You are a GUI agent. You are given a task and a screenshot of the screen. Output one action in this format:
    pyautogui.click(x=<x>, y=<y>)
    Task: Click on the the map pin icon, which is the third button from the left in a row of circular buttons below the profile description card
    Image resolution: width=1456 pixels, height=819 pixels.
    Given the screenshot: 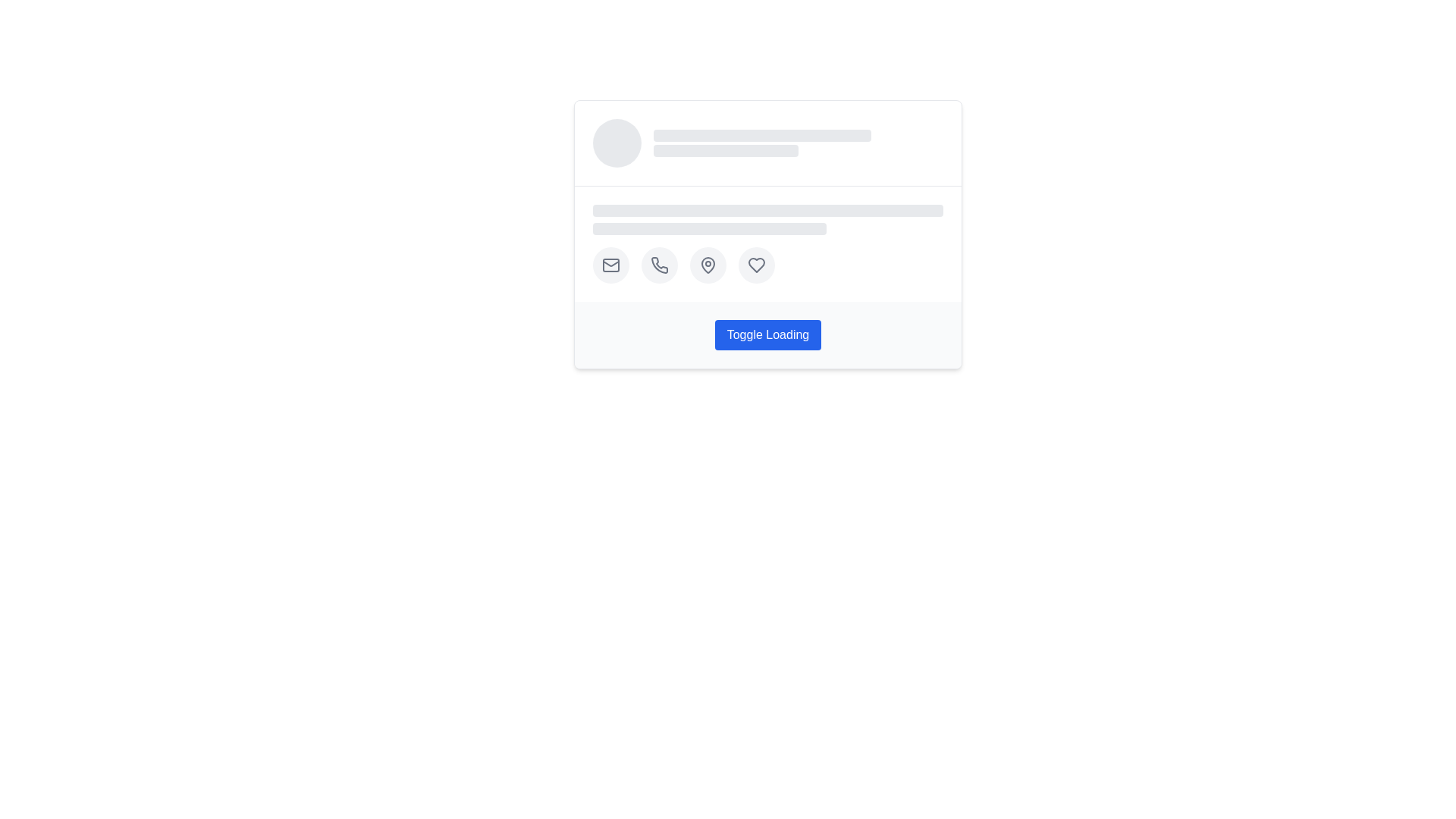 What is the action you would take?
    pyautogui.click(x=708, y=265)
    